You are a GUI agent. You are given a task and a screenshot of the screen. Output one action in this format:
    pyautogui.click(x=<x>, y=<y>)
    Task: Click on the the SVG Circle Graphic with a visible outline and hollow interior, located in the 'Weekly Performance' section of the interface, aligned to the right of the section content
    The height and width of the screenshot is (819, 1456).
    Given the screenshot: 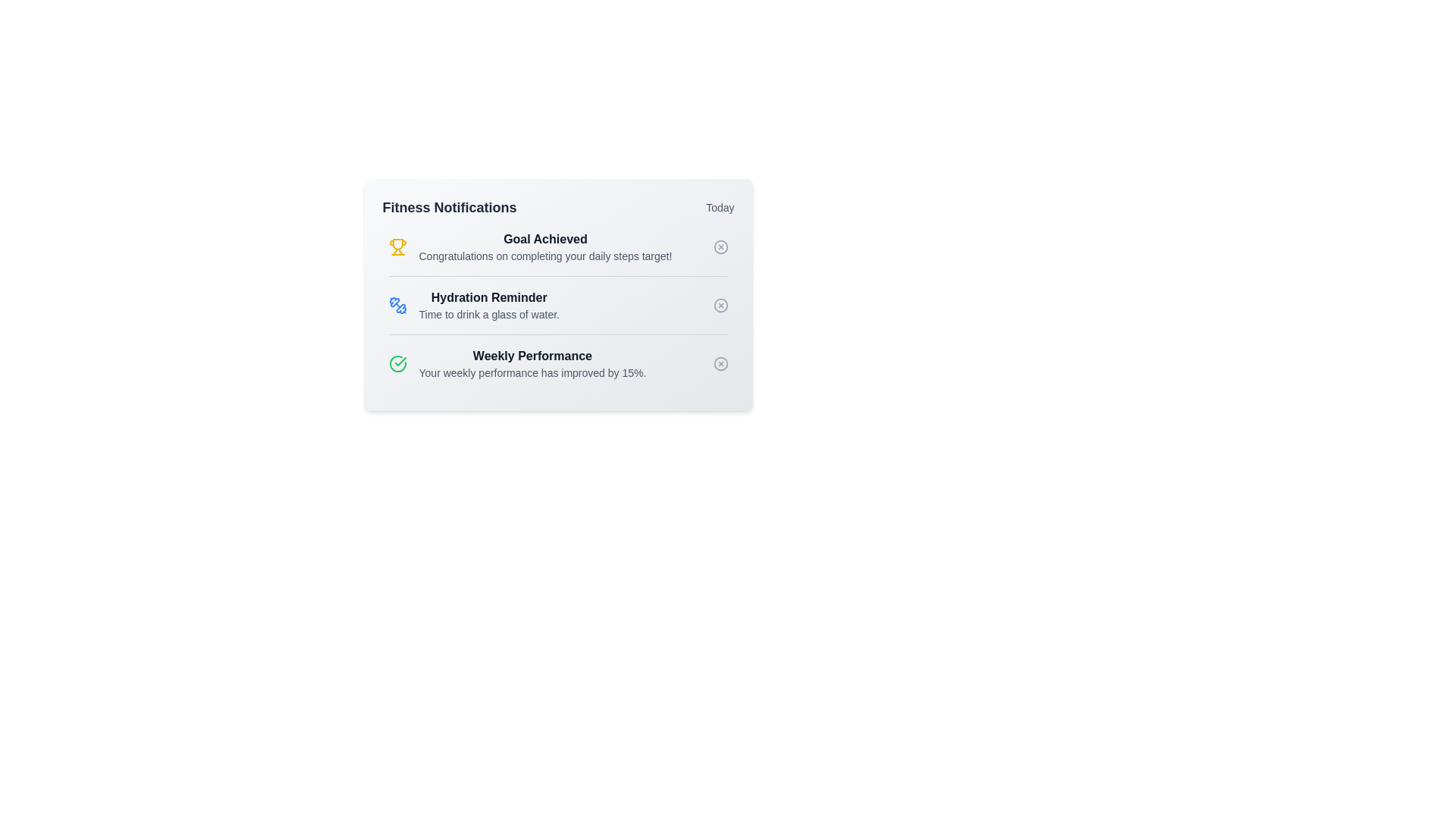 What is the action you would take?
    pyautogui.click(x=720, y=363)
    